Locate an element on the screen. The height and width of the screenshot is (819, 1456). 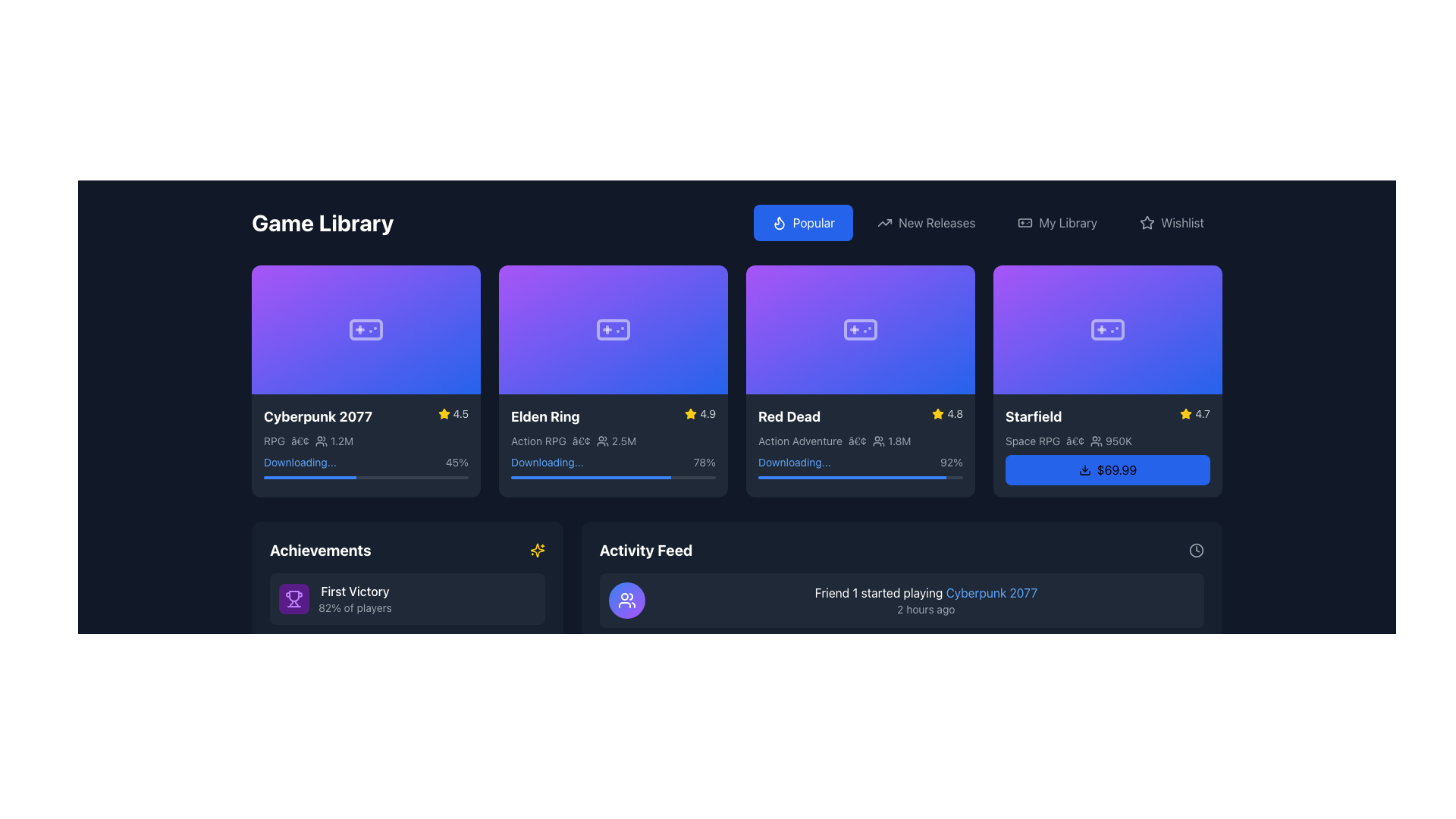
numeric text component displaying the total number of players associated with the game 'Elden Ring', located in the second item on the top row of game cards is located at coordinates (624, 441).